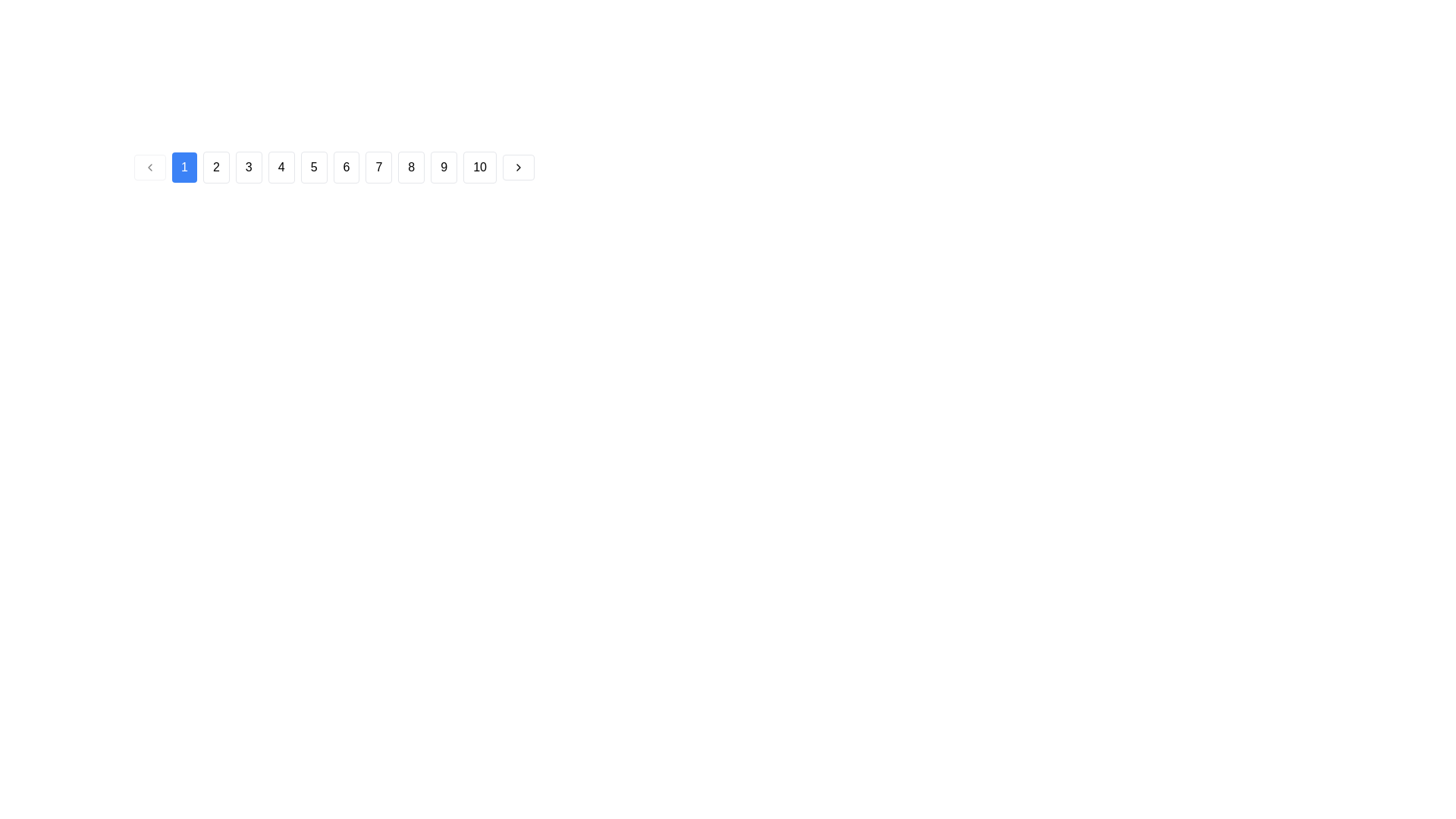 The width and height of the screenshot is (1456, 819). I want to click on the pagination button labeled '4', so click(281, 167).